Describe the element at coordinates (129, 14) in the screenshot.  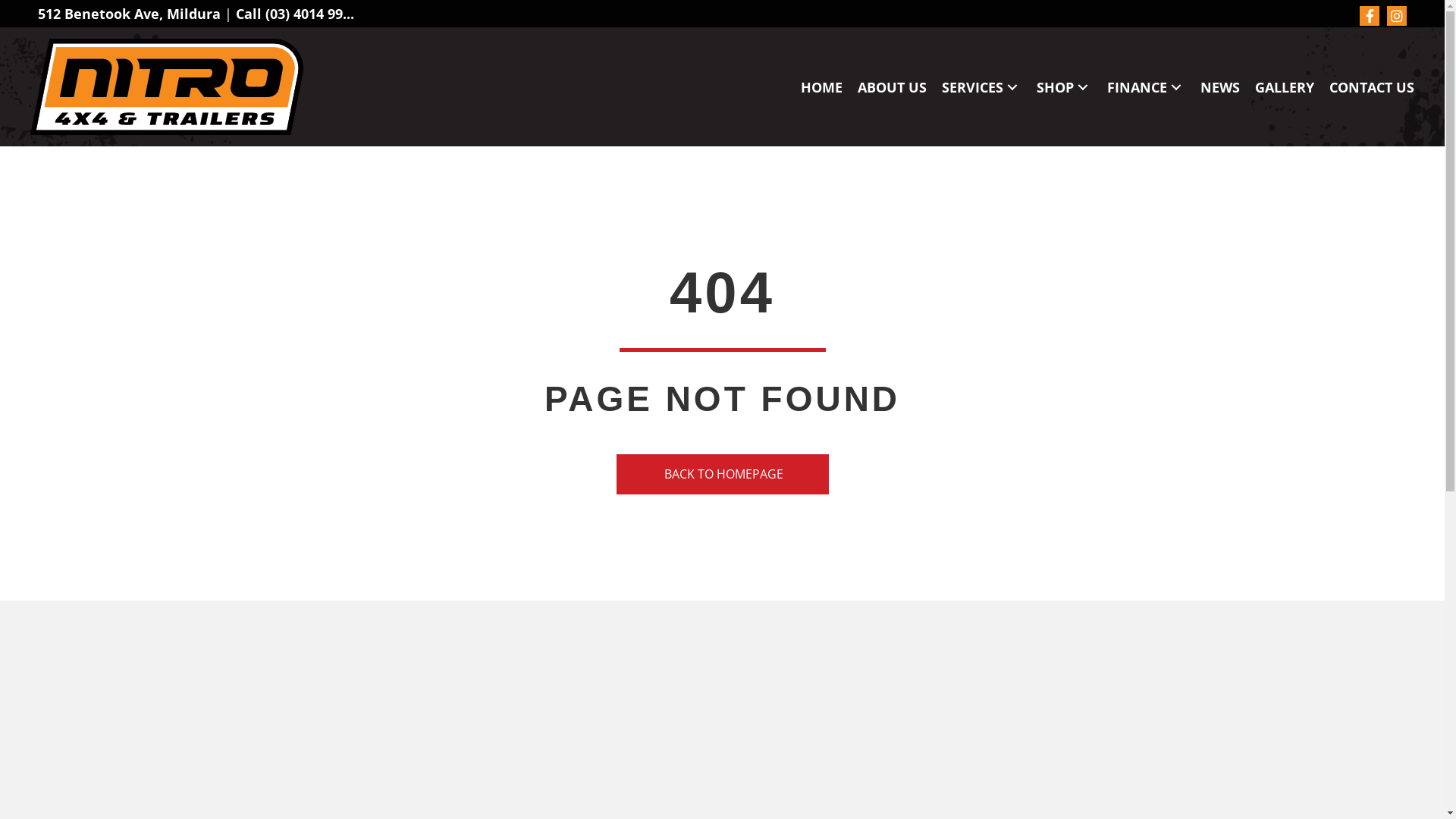
I see `'512 Benetook Ave, Mildura'` at that location.